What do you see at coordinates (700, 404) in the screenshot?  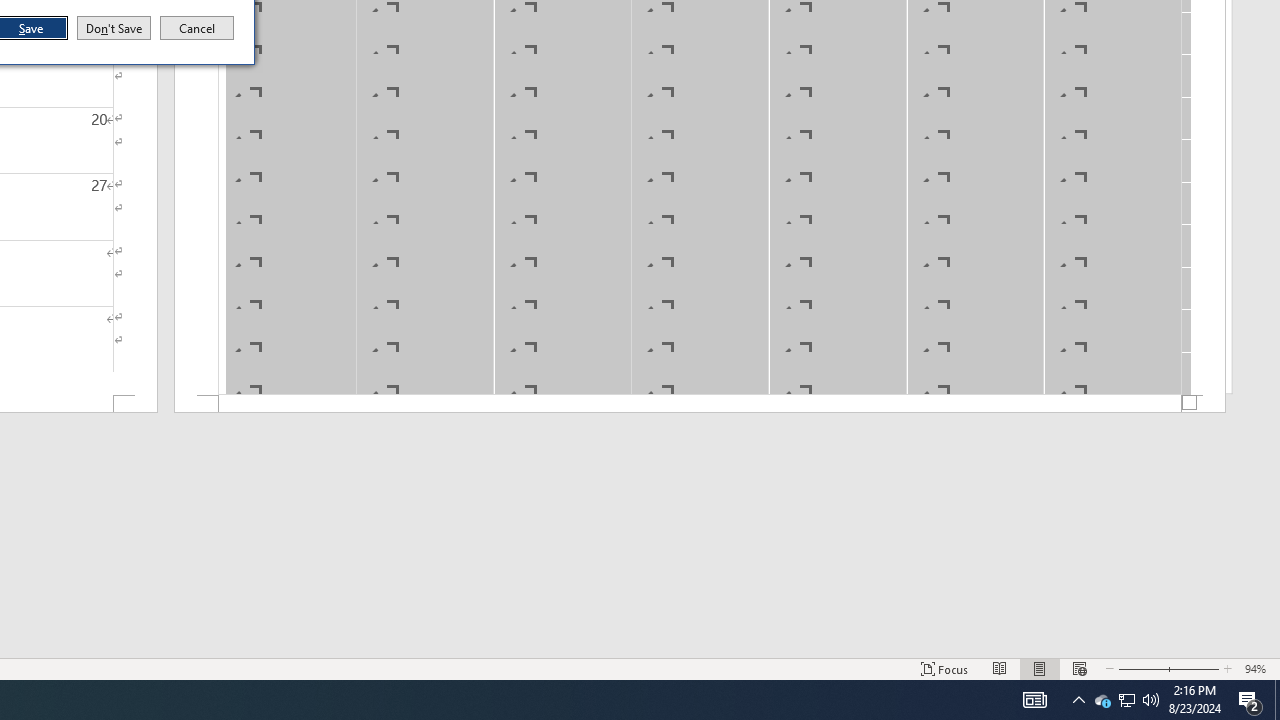 I see `'Footer -Section 1-'` at bounding box center [700, 404].